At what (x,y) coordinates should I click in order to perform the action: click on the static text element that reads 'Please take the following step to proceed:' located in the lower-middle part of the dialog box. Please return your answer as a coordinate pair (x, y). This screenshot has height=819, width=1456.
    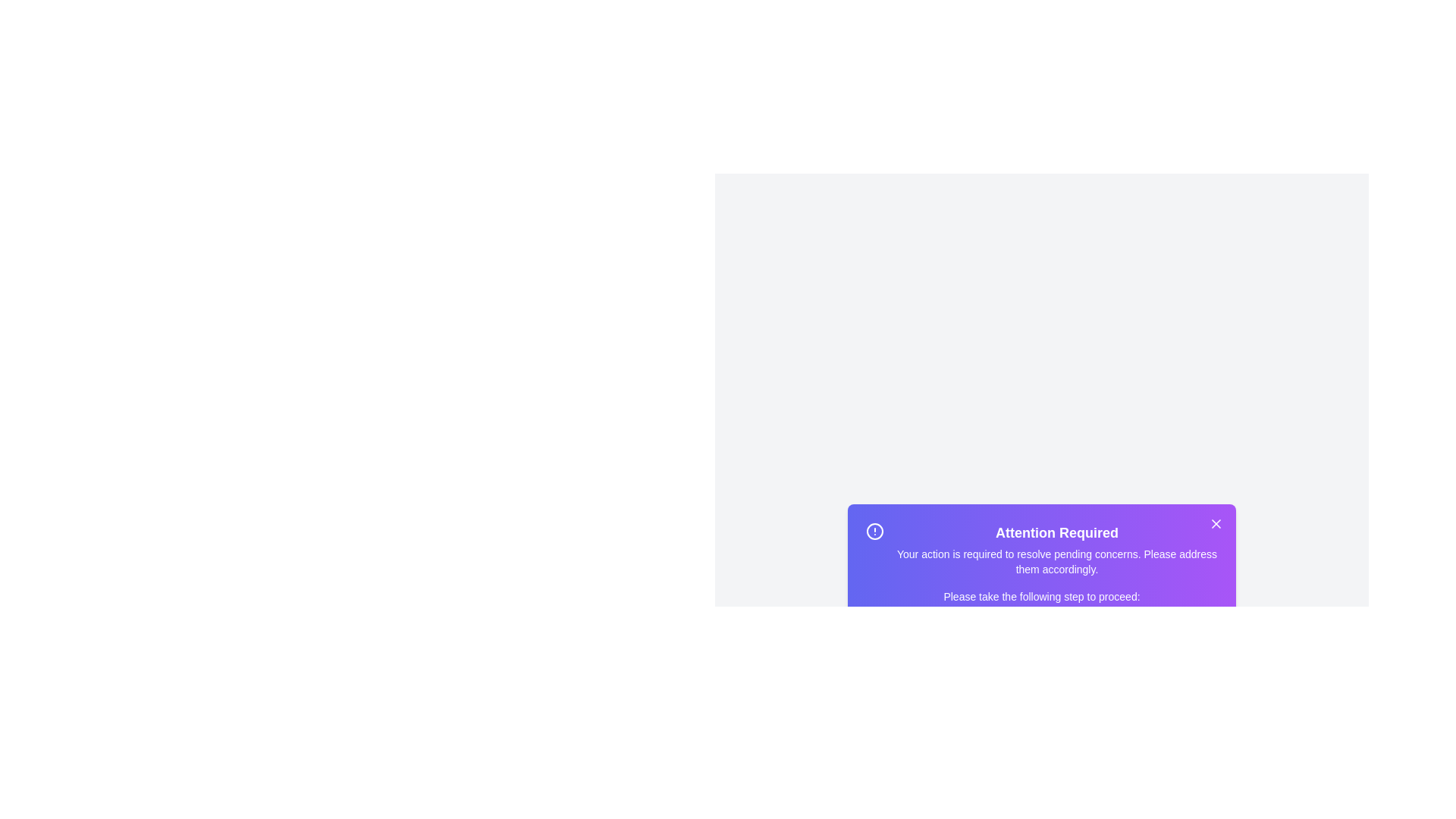
    Looking at the image, I should click on (1040, 595).